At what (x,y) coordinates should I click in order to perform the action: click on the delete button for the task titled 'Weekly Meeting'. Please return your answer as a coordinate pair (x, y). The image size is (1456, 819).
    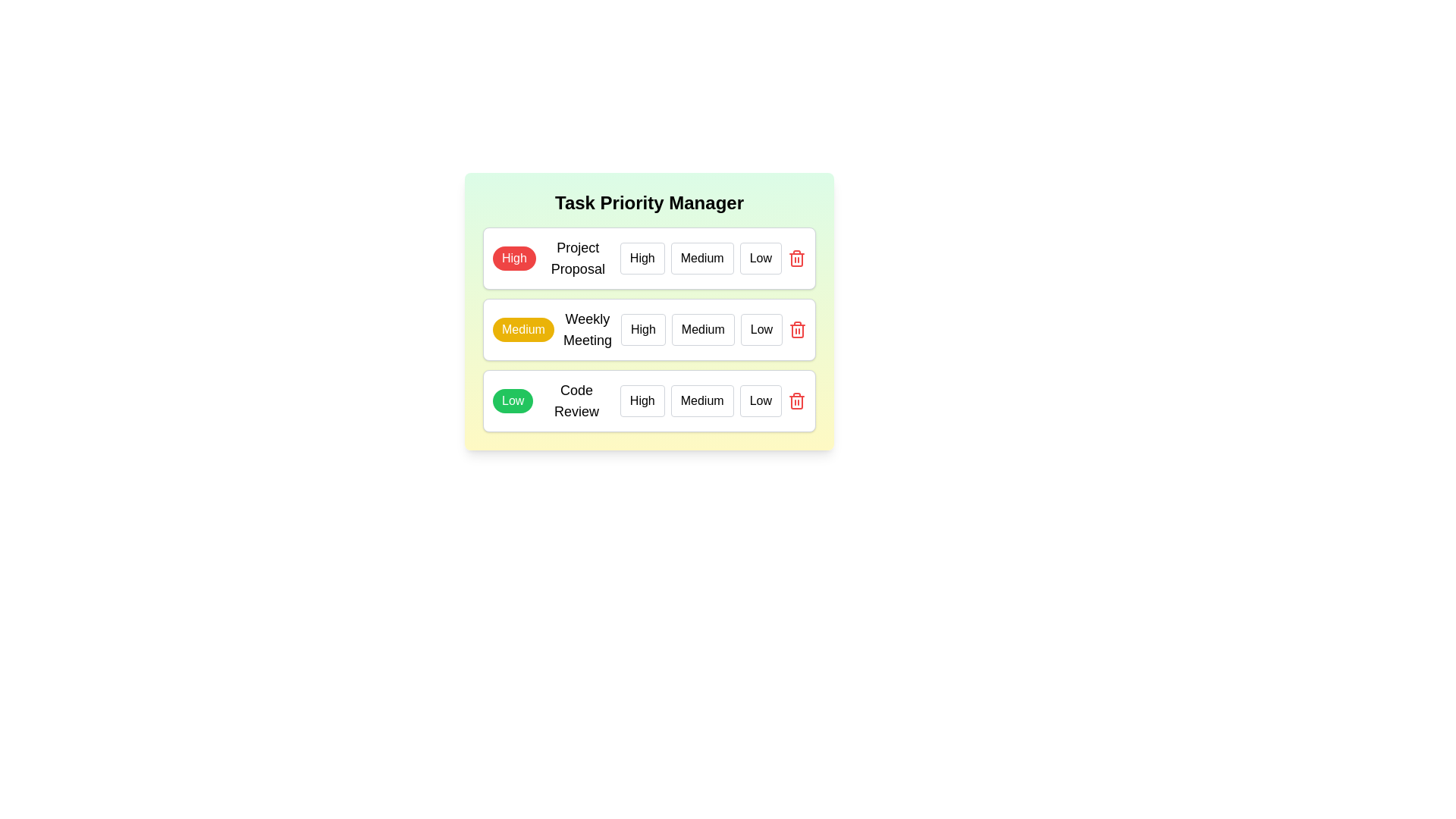
    Looking at the image, I should click on (796, 329).